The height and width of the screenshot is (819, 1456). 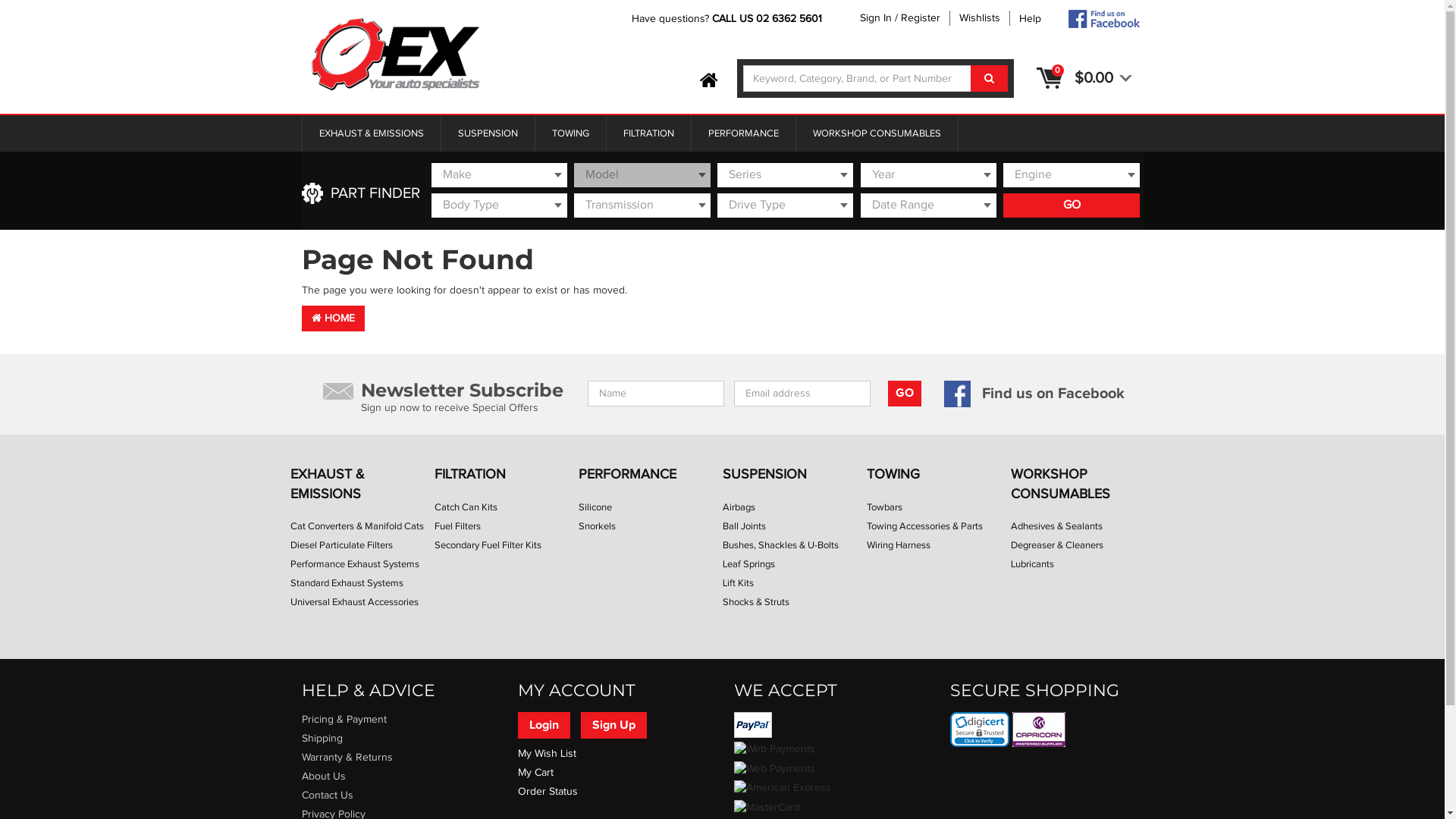 I want to click on 'Shocks & Struts', so click(x=755, y=601).